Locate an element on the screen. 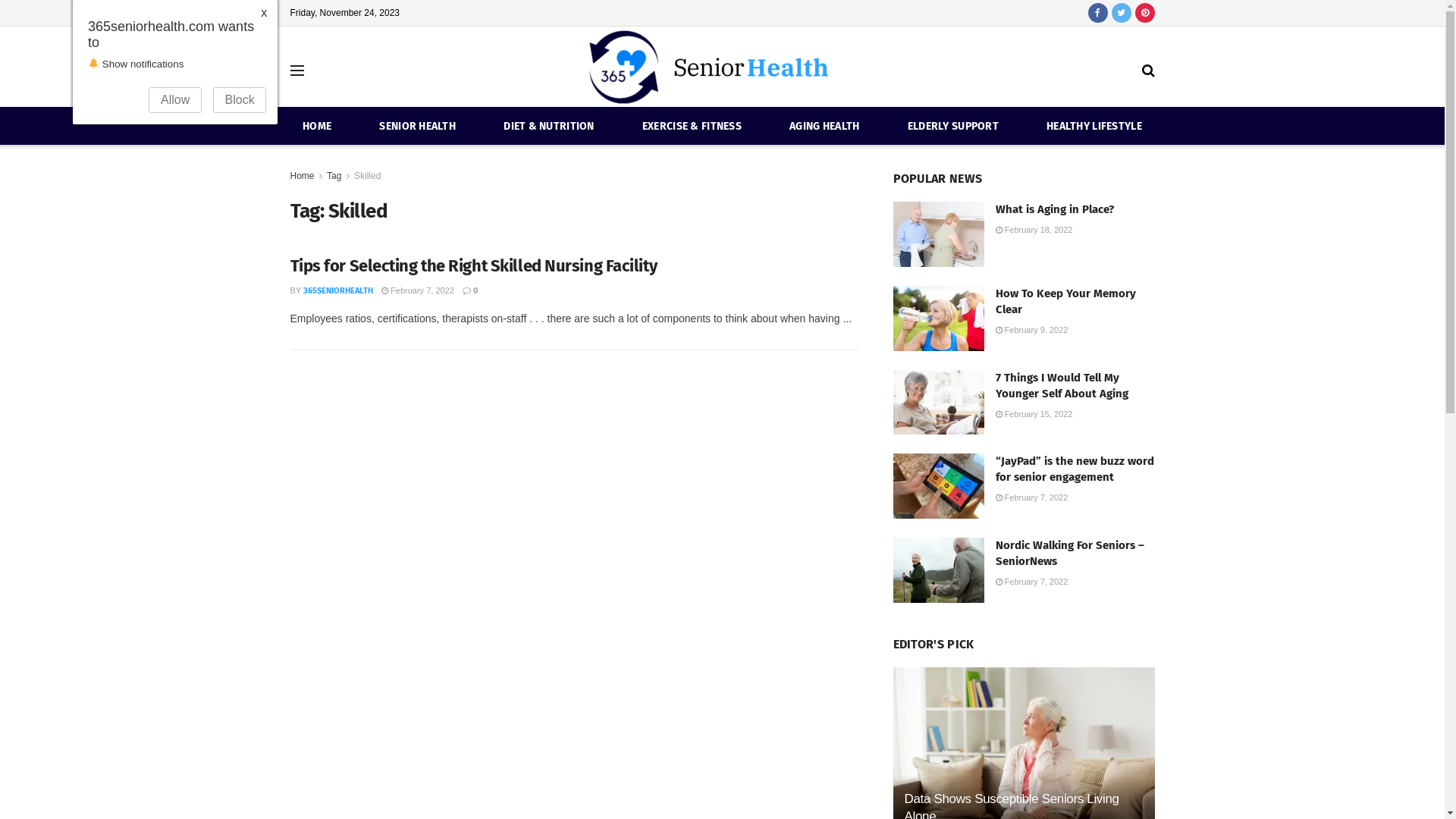 The image size is (1456, 819). 'Block' is located at coordinates (212, 99).